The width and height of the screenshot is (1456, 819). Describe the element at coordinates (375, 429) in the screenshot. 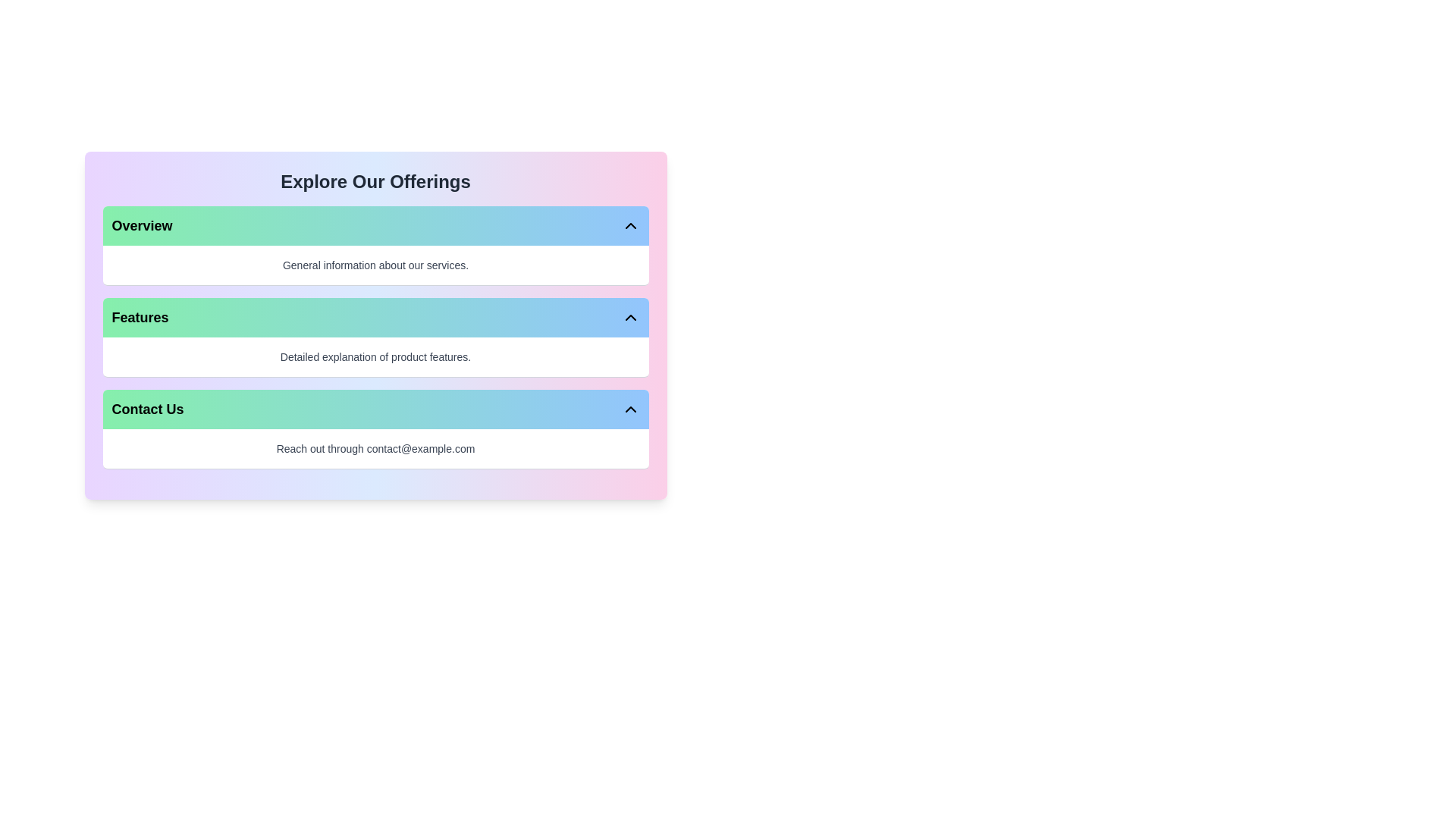

I see `the Collapsible section at the bottom of the list` at that location.